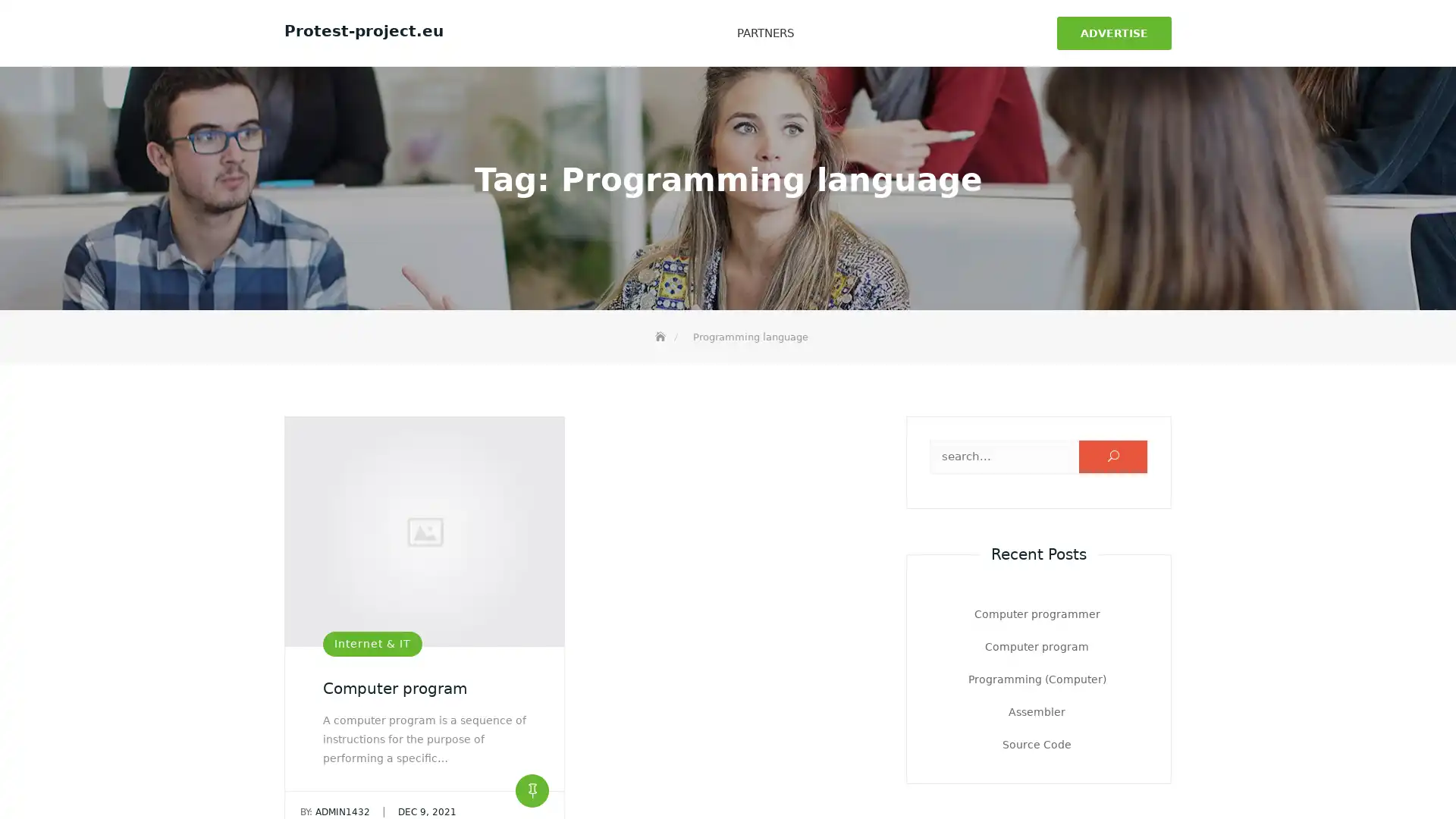 The width and height of the screenshot is (1456, 819). What do you see at coordinates (1113, 453) in the screenshot?
I see `U` at bounding box center [1113, 453].